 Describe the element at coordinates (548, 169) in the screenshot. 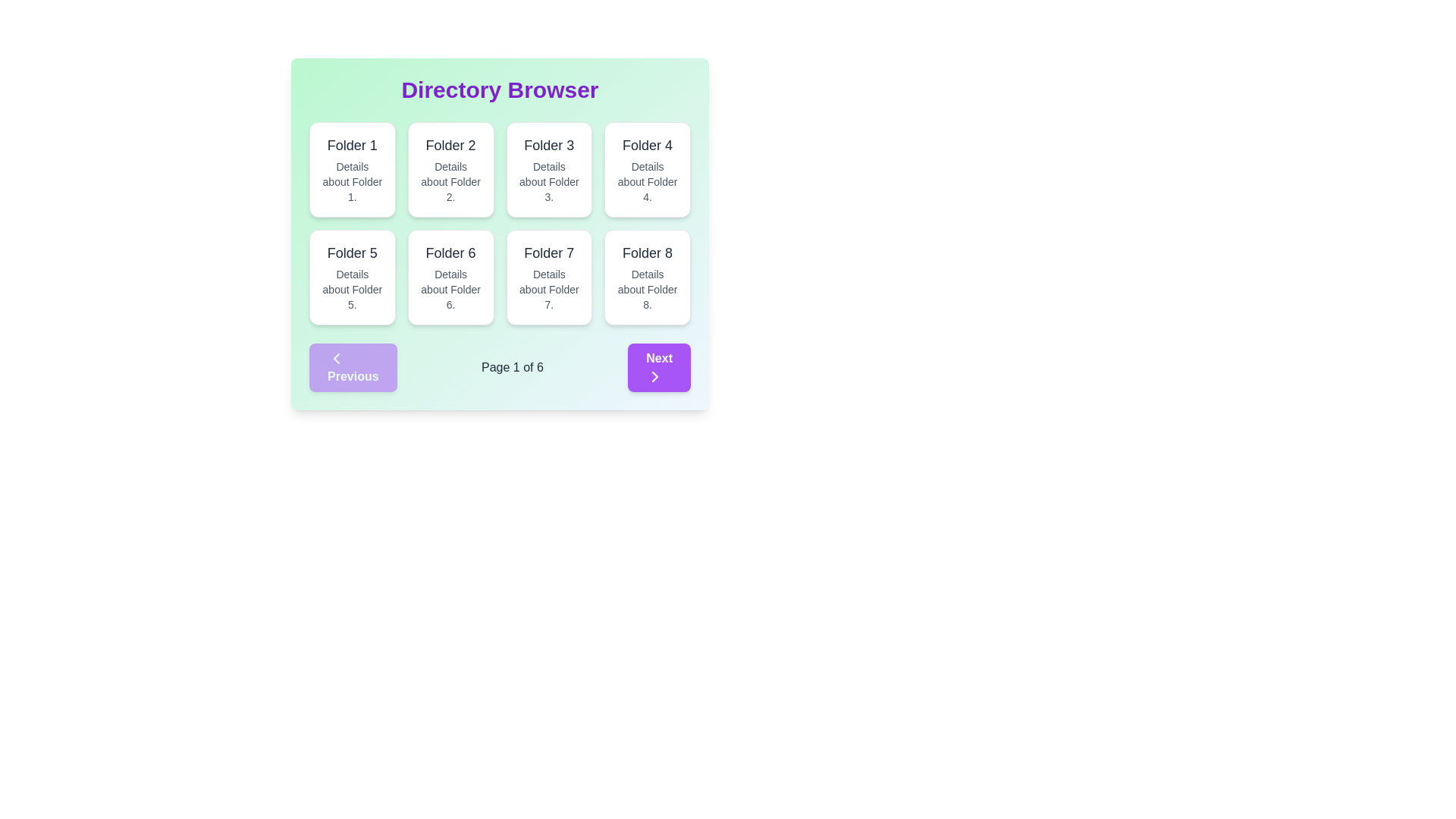

I see `the 'Folder 3' card, which visually represents a folder in a grid layout, located between 'Folder 2' and 'Folder 4'` at that location.